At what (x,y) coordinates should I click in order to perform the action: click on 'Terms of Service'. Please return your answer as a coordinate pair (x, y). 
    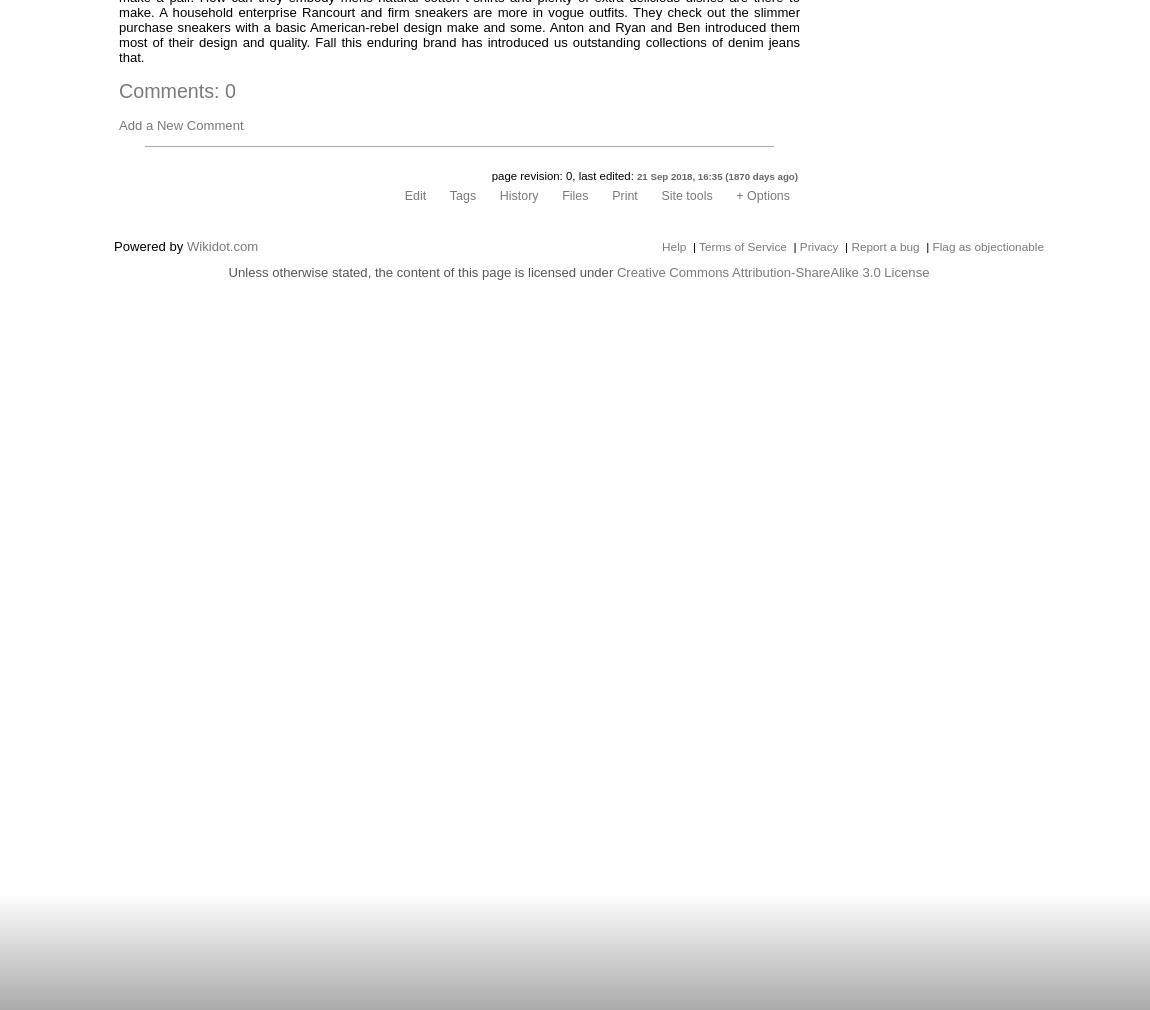
    Looking at the image, I should click on (741, 246).